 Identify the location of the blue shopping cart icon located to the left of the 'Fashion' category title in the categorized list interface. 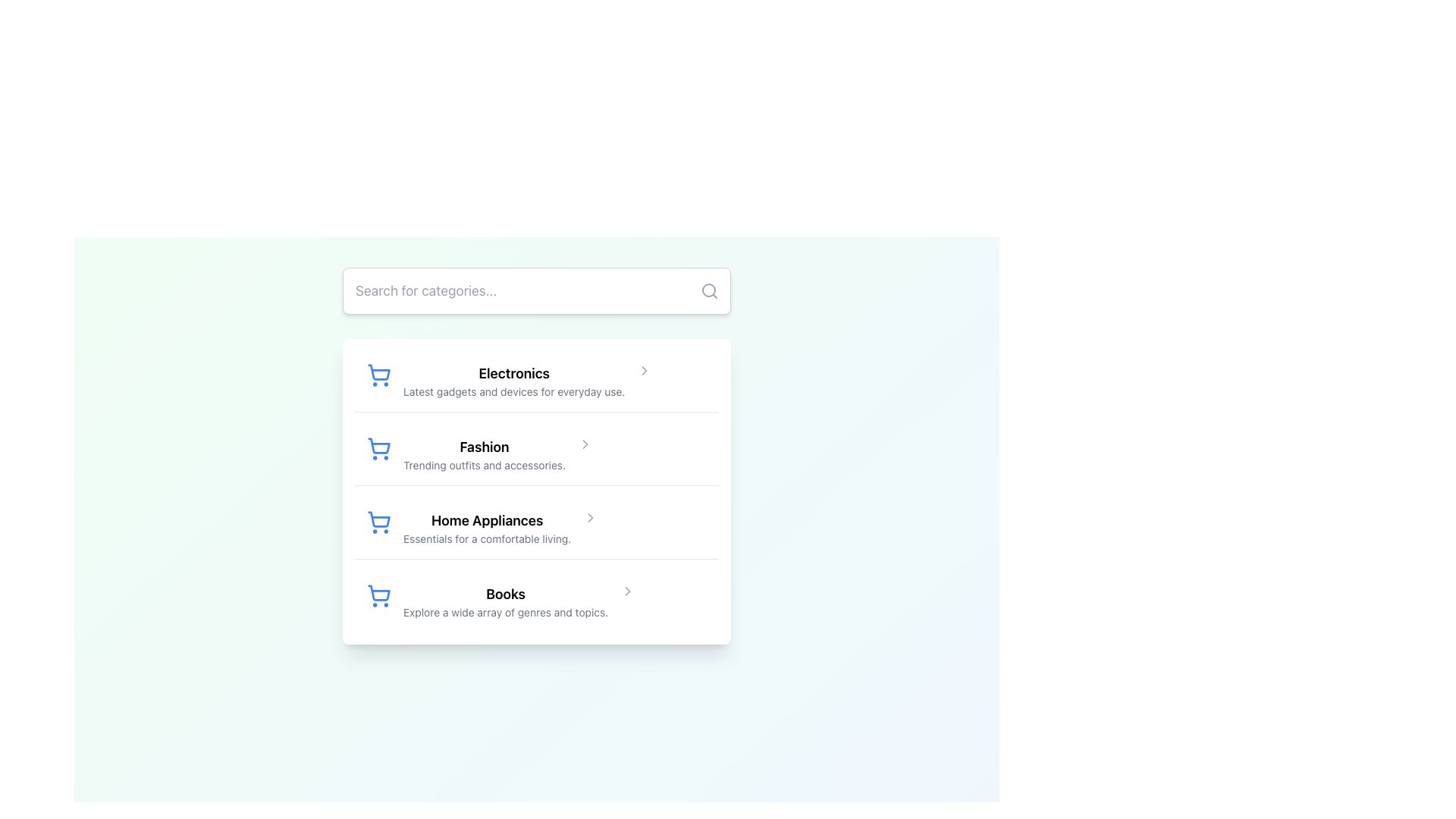
(378, 447).